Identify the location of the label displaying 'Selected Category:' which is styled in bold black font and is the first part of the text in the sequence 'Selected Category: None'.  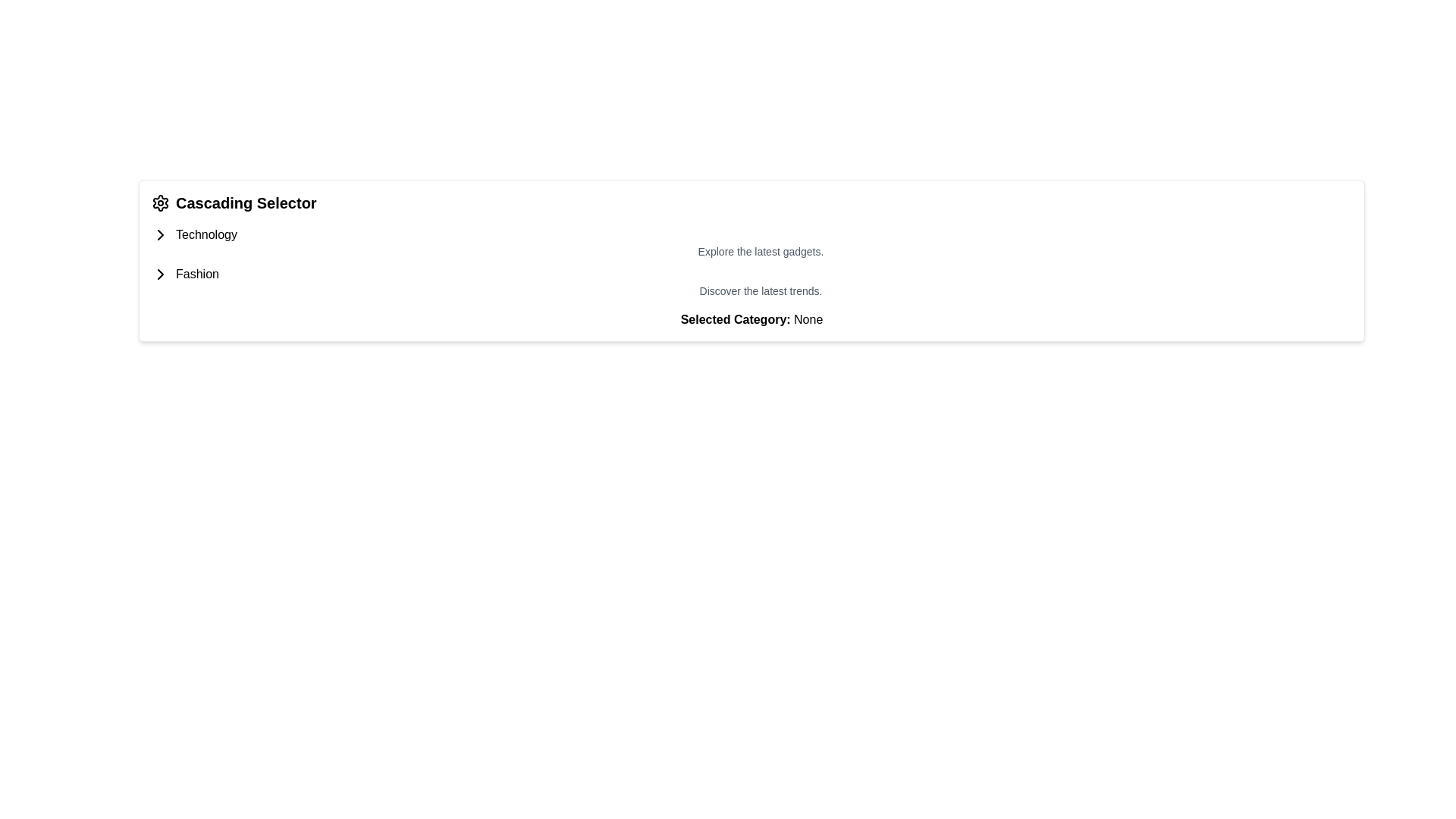
(736, 318).